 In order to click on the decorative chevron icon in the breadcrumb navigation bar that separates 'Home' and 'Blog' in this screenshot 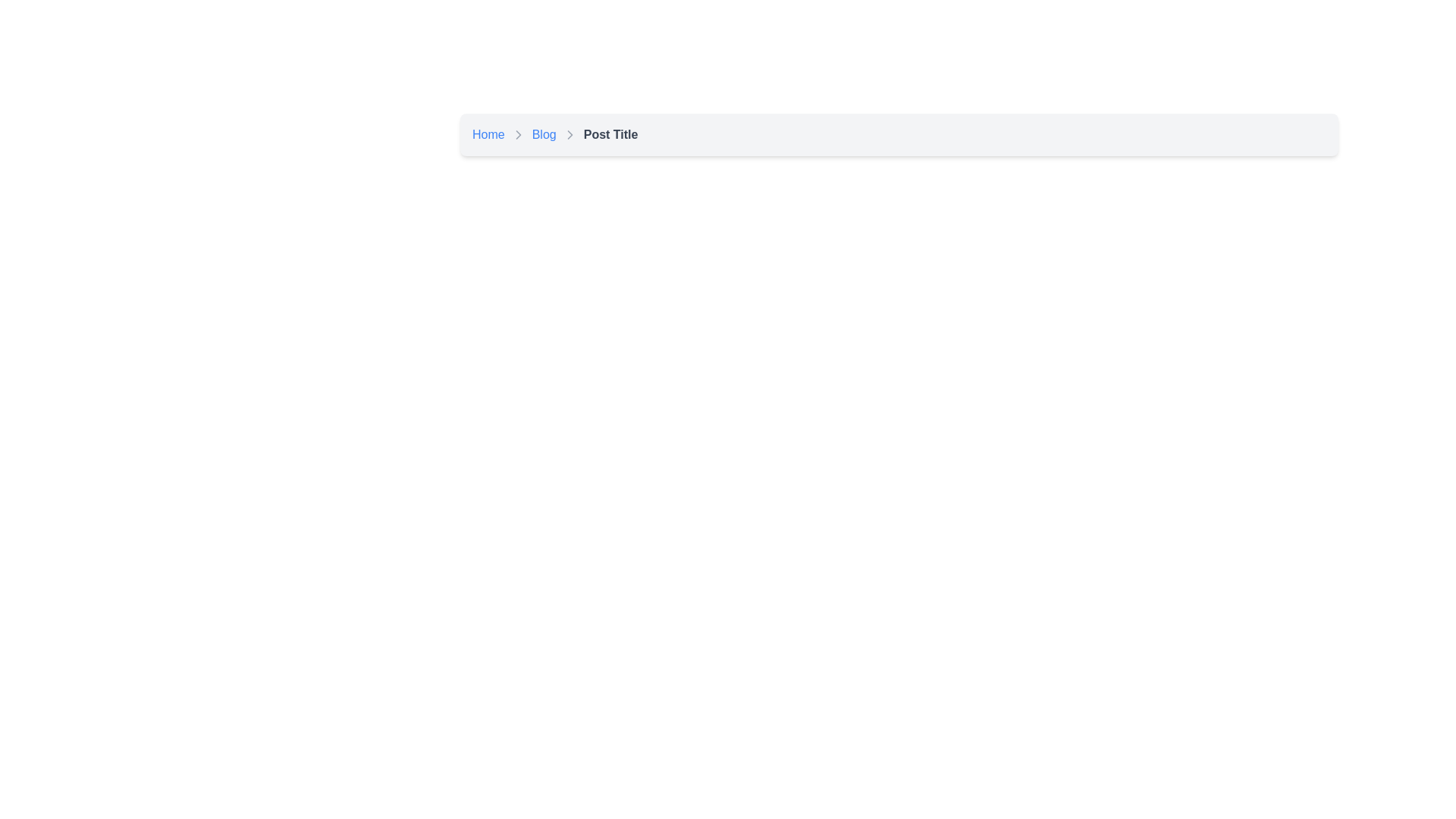, I will do `click(518, 133)`.